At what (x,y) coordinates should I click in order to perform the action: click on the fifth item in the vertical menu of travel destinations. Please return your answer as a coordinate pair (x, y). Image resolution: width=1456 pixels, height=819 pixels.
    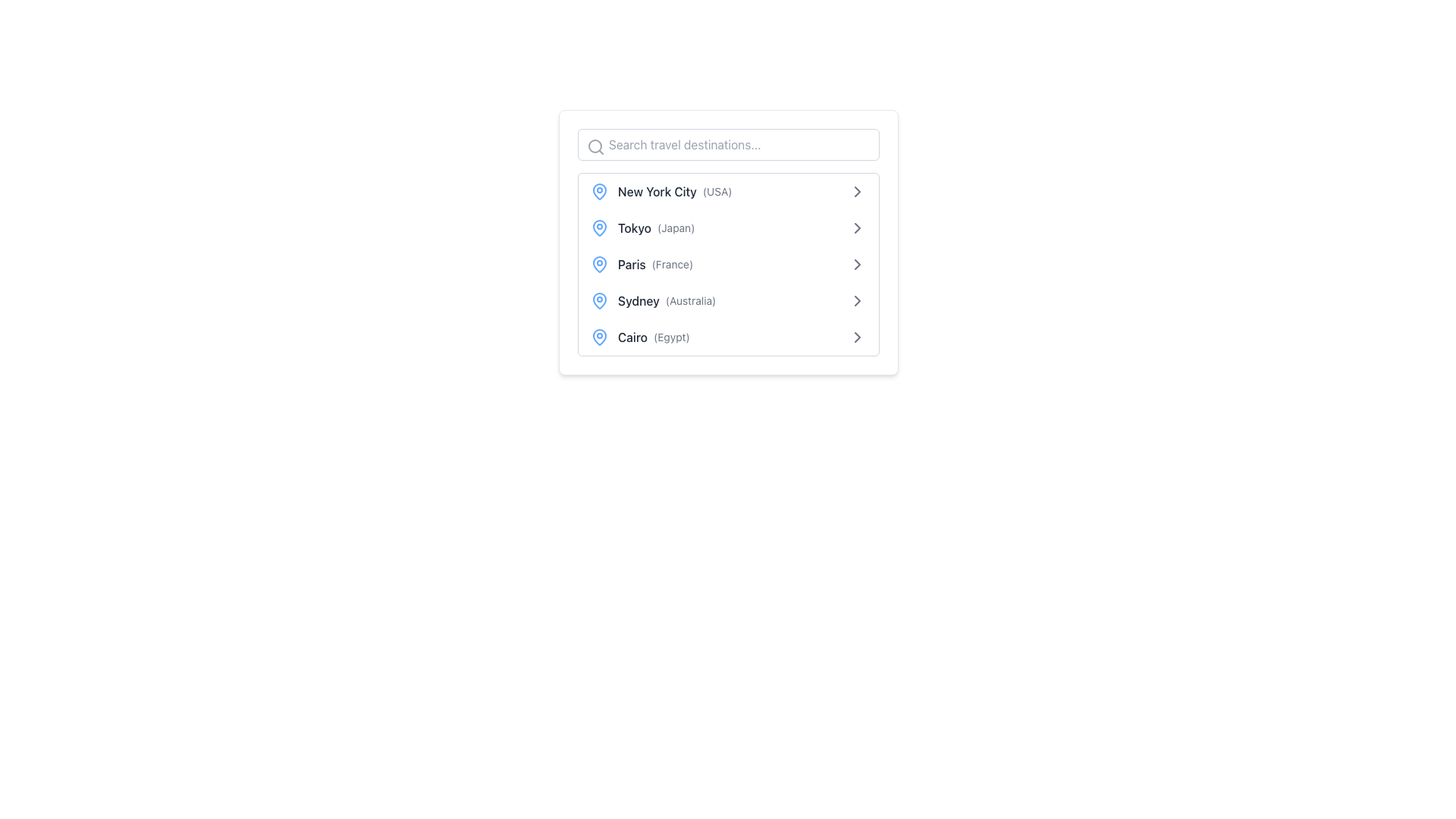
    Looking at the image, I should click on (728, 336).